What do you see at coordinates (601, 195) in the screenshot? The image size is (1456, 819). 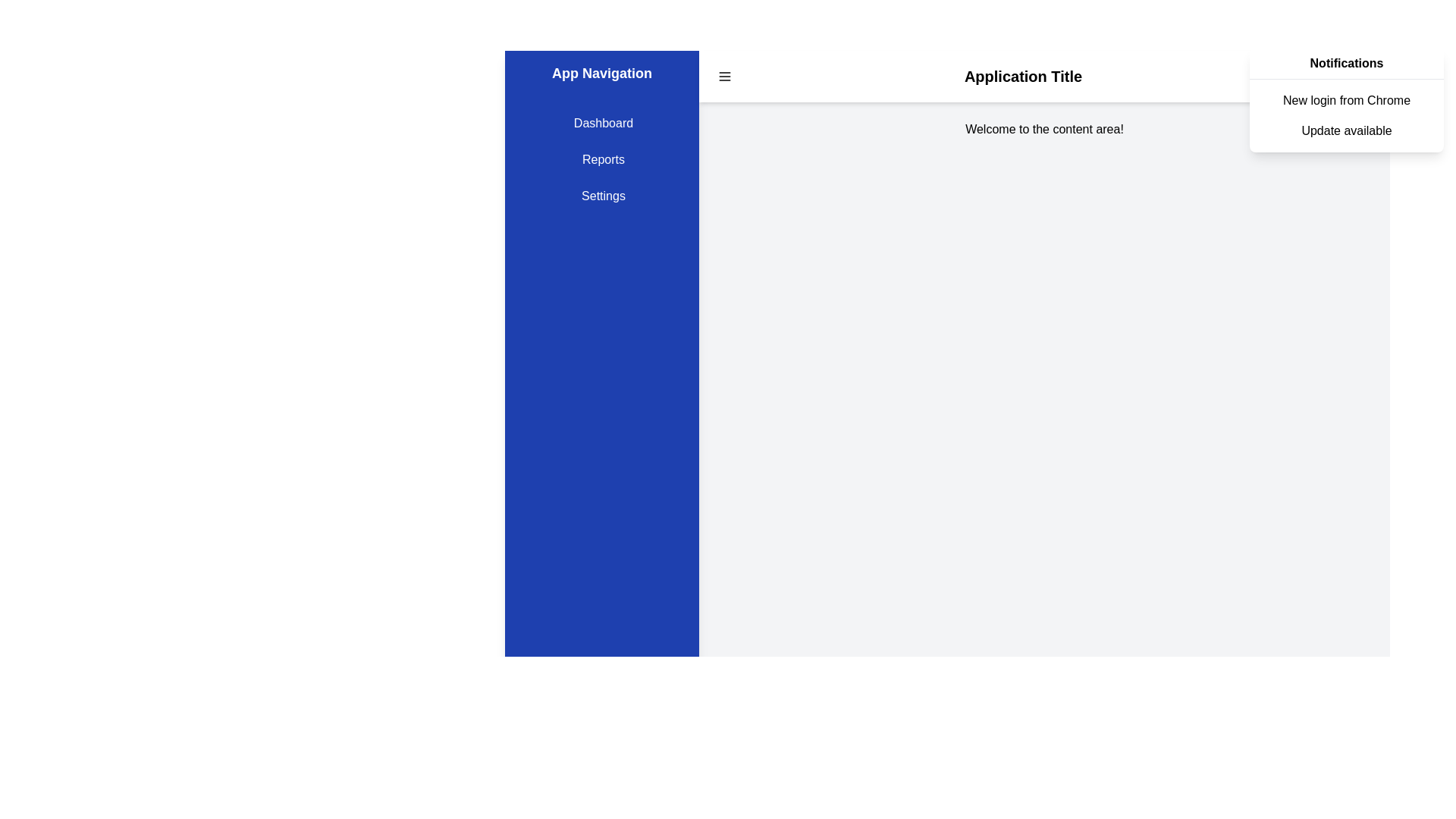 I see `the third button in the vertical navigation menu on the left side of the interface` at bounding box center [601, 195].